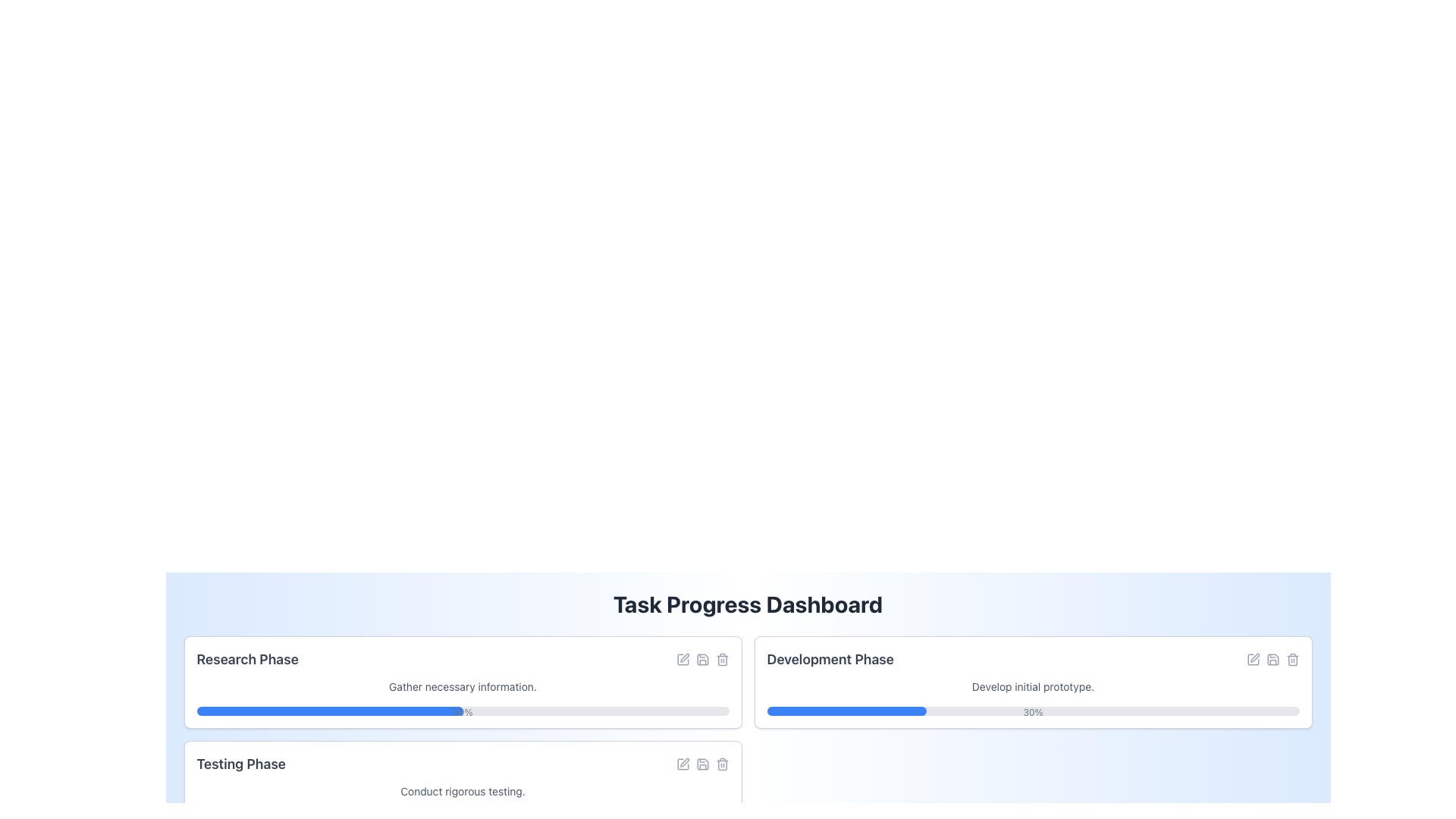 Image resolution: width=1456 pixels, height=819 pixels. I want to click on the static text element that reads 'Gather necessary information.' which is located within the 'Research Phase' card section, so click(462, 687).